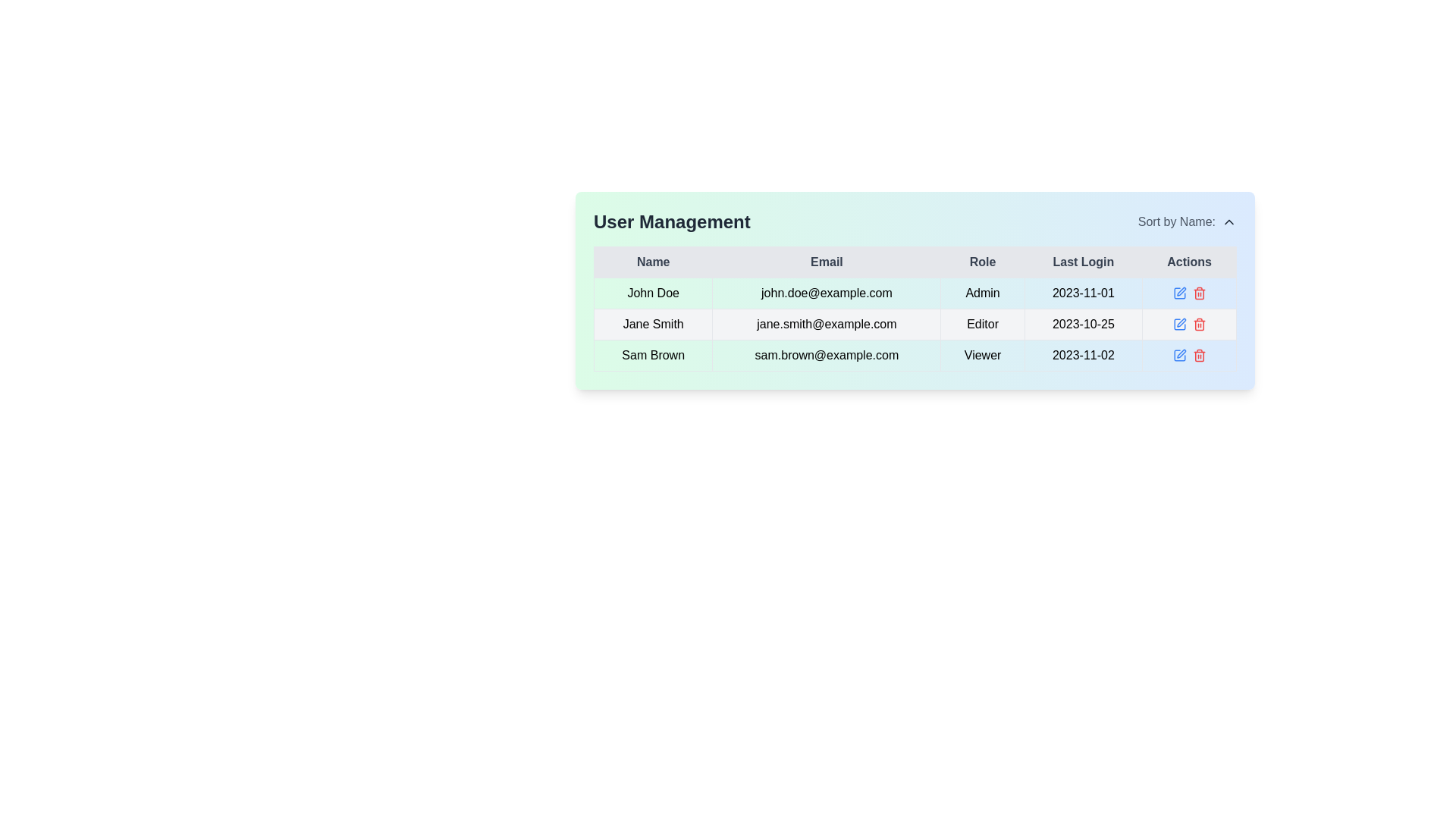 The height and width of the screenshot is (819, 1456). What do you see at coordinates (1178, 293) in the screenshot?
I see `the edit button in the 'Actions' column for user John Doe` at bounding box center [1178, 293].